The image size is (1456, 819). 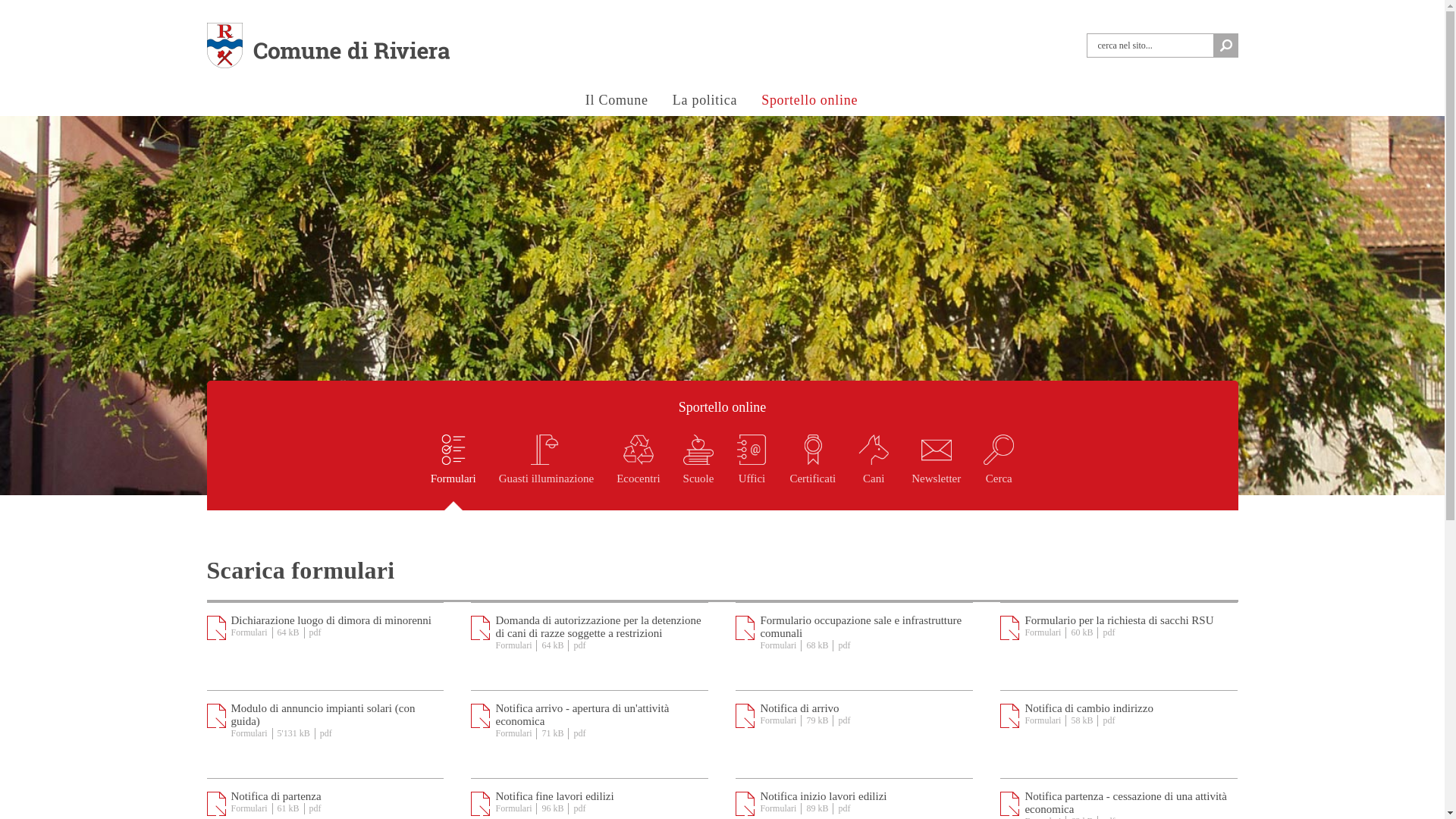 I want to click on 'Formulari', so click(x=453, y=472).